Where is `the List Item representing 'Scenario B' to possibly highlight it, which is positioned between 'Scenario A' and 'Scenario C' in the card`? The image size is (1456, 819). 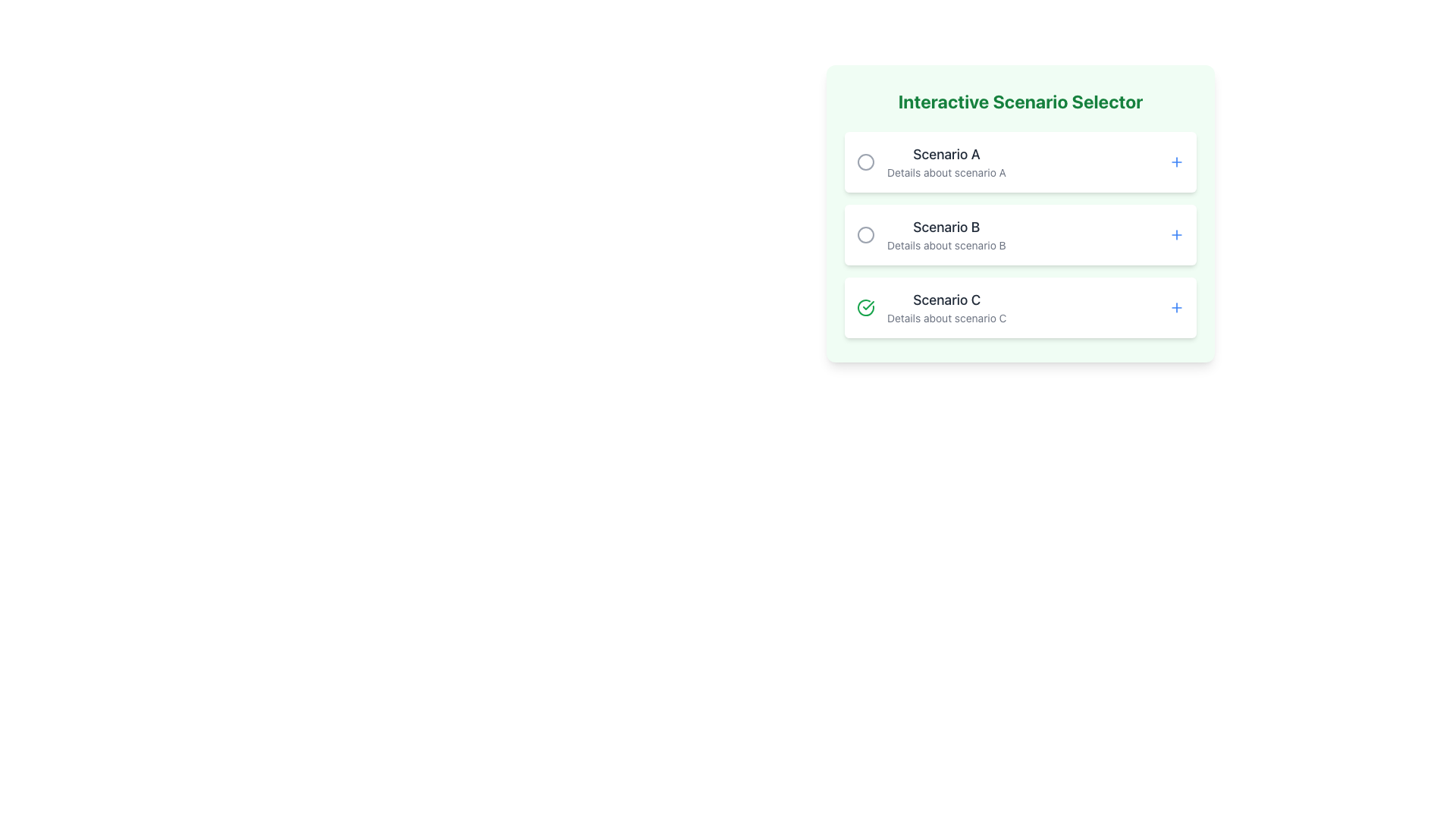 the List Item representing 'Scenario B' to possibly highlight it, which is positioned between 'Scenario A' and 'Scenario C' in the card is located at coordinates (1020, 234).